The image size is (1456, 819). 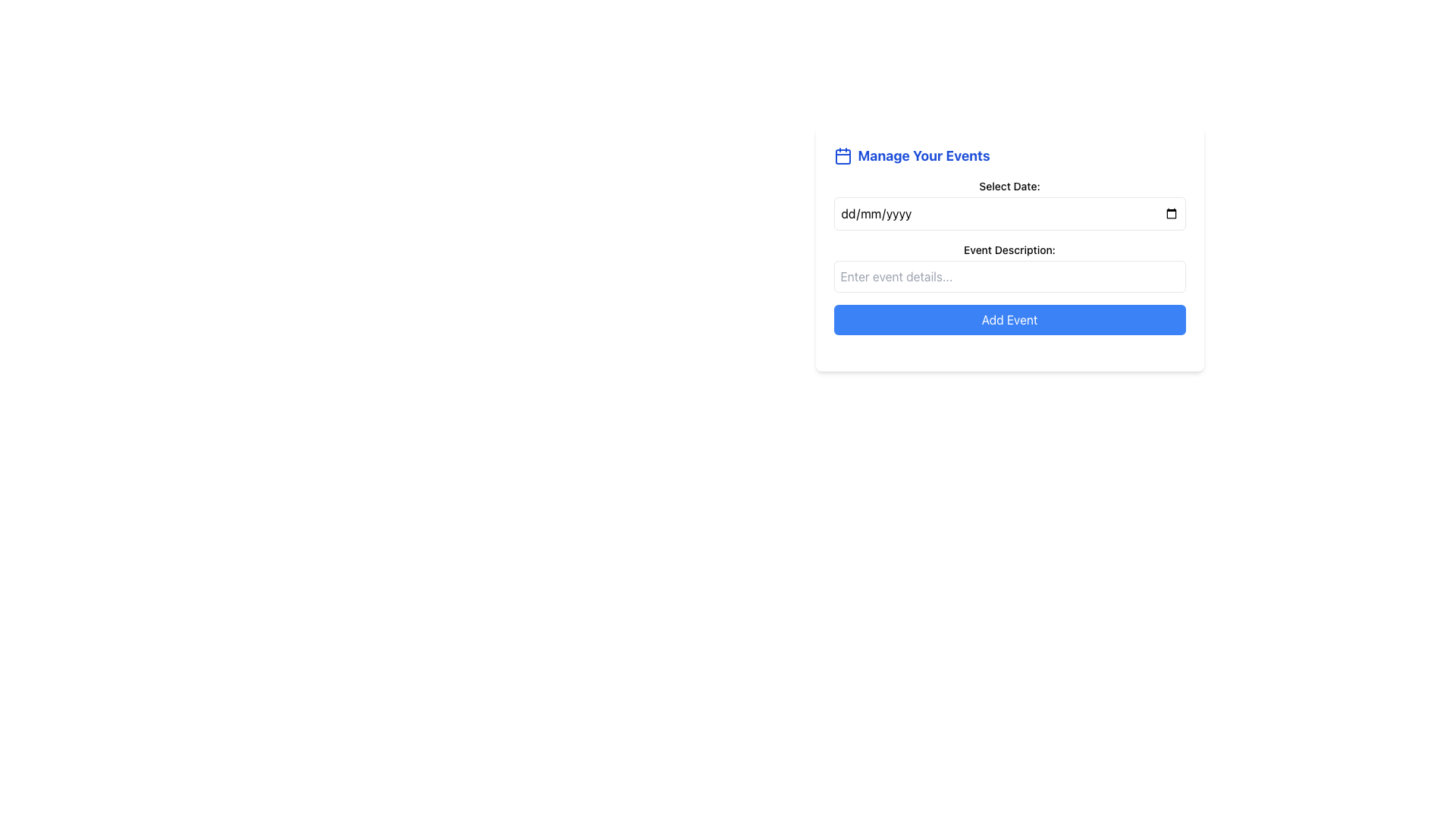 I want to click on the rectangular element with rounded edges that is part of the calendar icon, located centrally within the icon and to the left of the text 'Manage Your Events', so click(x=842, y=157).